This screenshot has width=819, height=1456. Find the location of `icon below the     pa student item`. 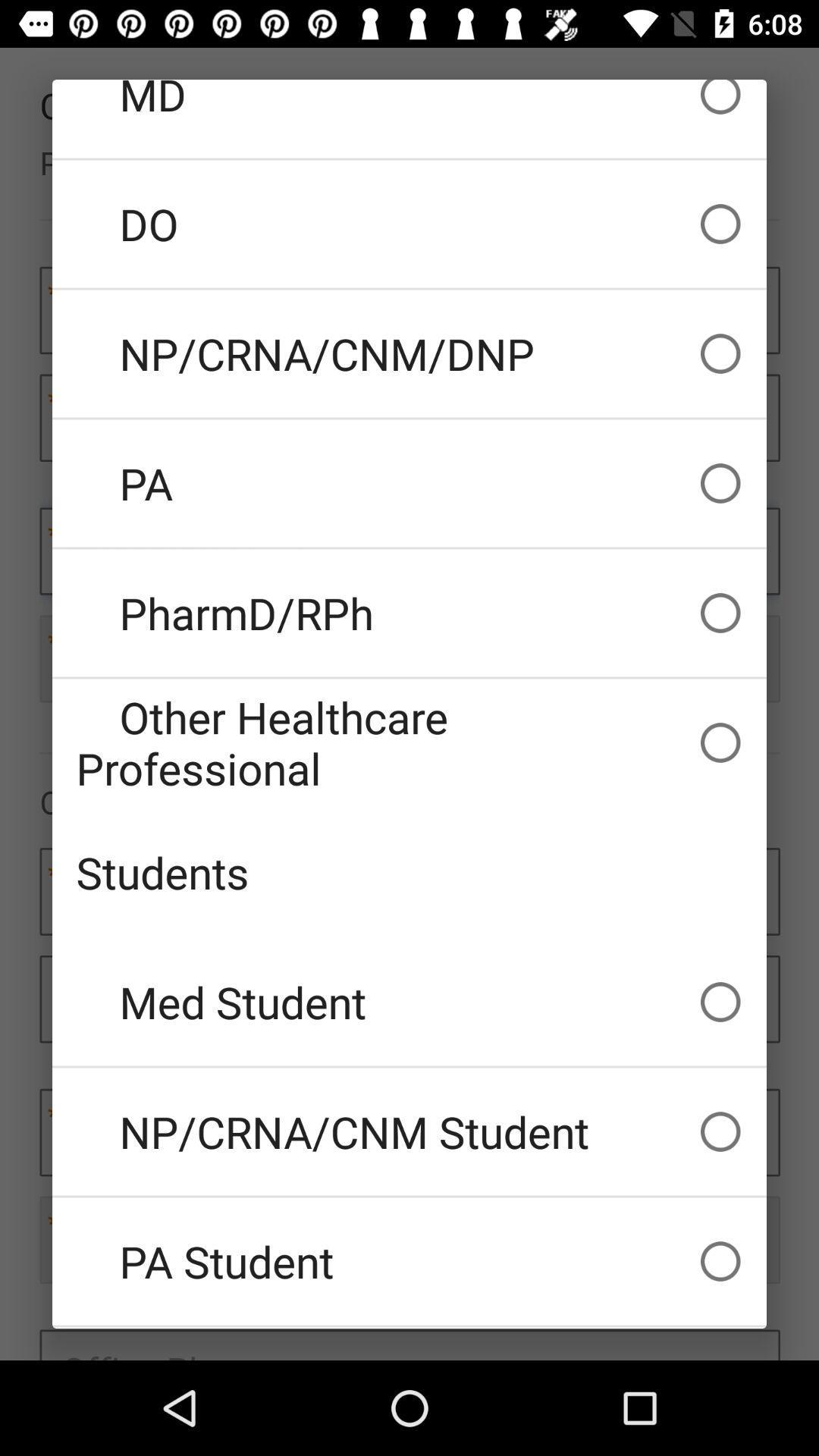

icon below the     pa student item is located at coordinates (409, 1327).